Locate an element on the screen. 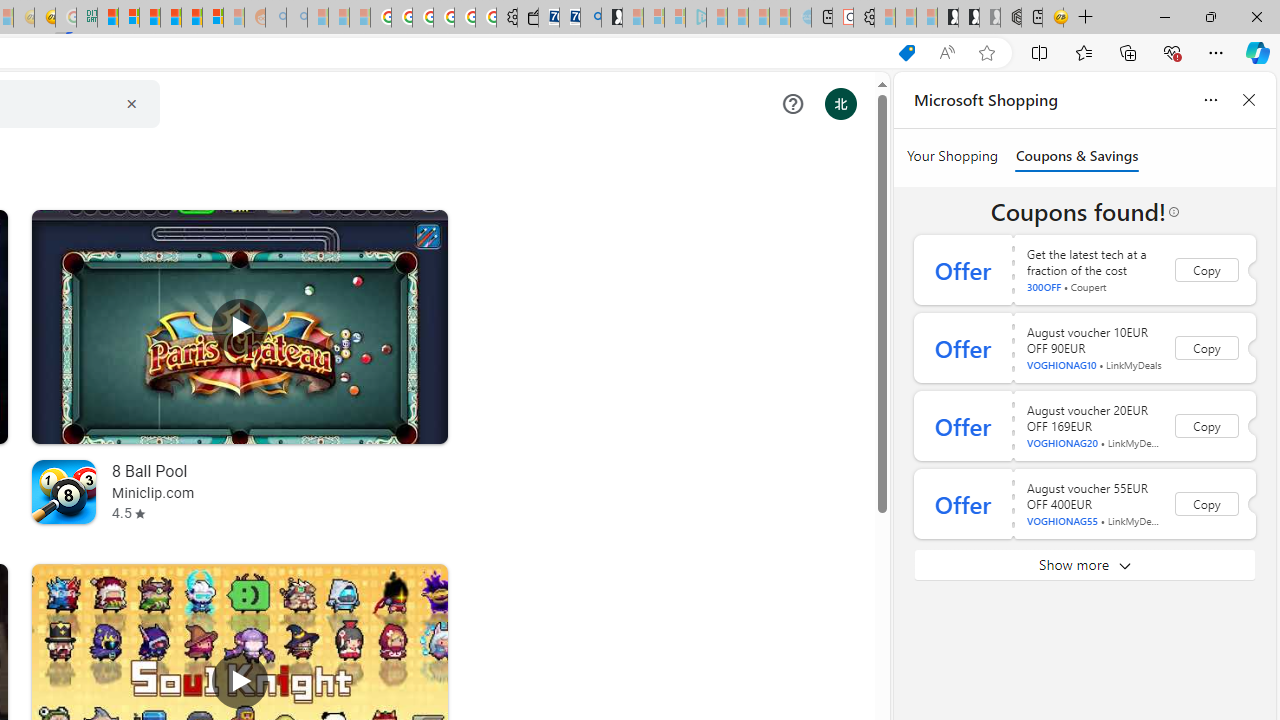 This screenshot has width=1280, height=720. 'Copilot (Ctrl+Shift+.)' is located at coordinates (1257, 51).